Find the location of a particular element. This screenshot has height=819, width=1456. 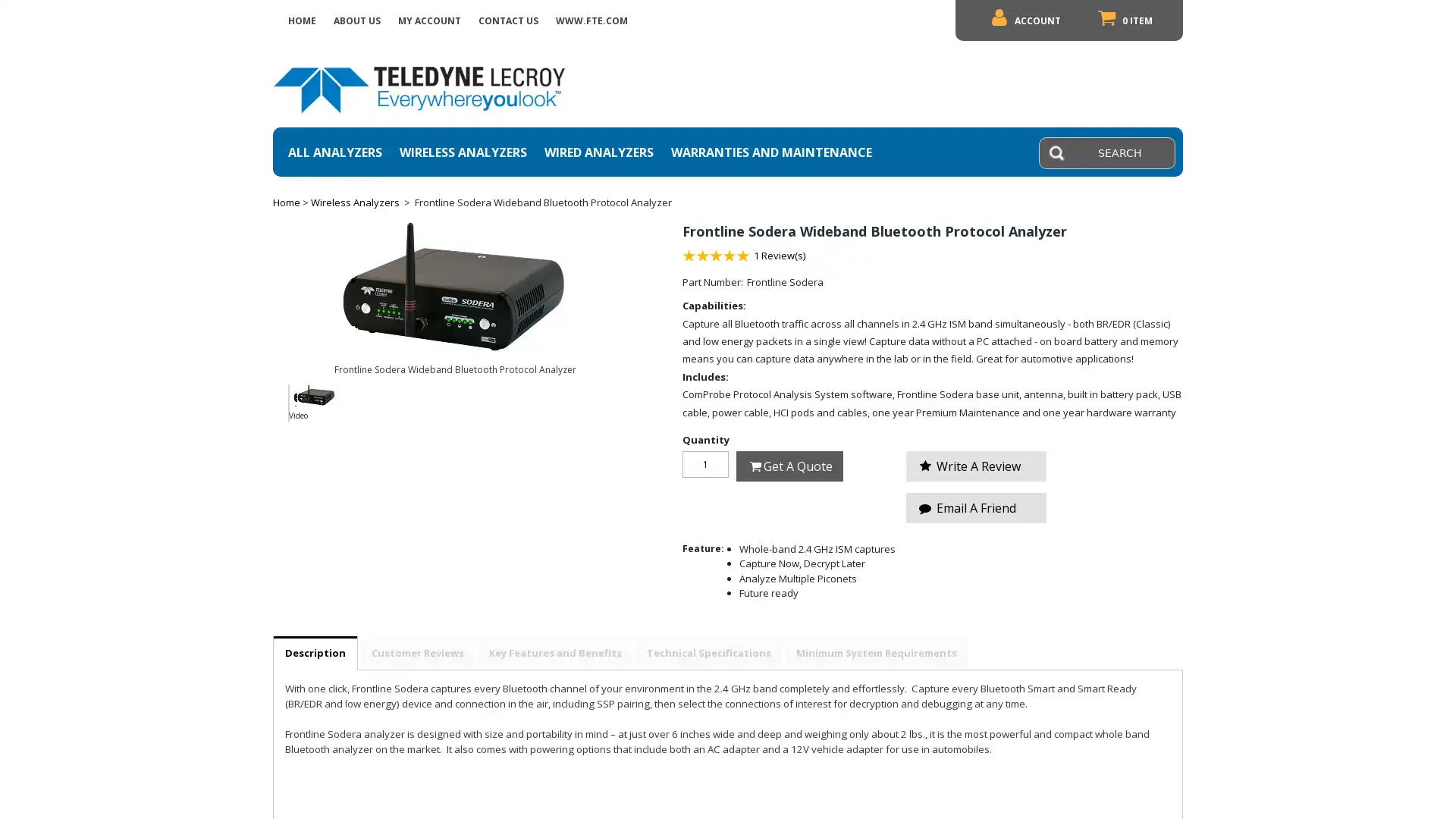

Get A Quote is located at coordinates (789, 465).